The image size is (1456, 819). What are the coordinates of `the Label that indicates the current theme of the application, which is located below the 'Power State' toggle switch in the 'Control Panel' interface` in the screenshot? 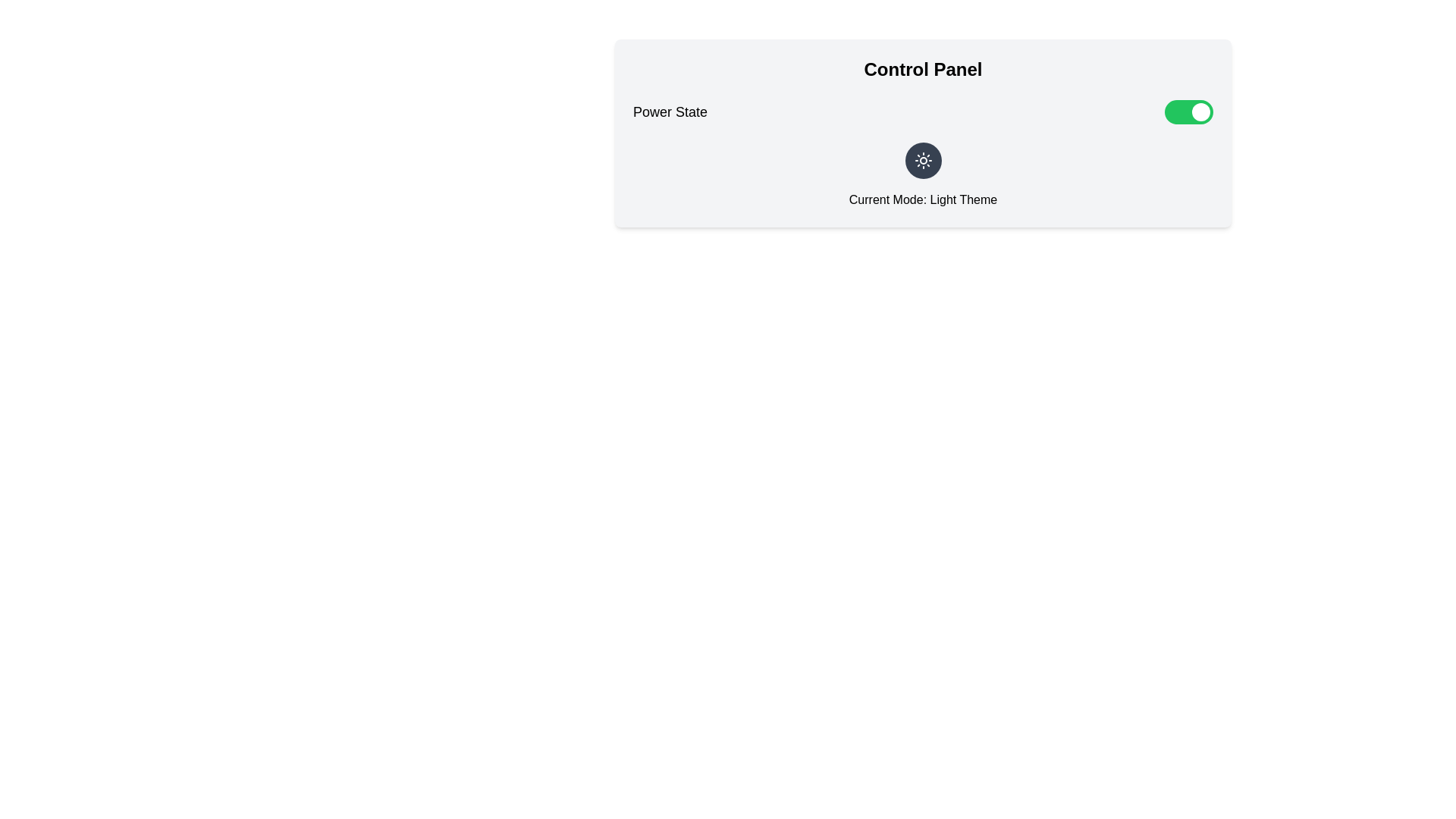 It's located at (922, 174).